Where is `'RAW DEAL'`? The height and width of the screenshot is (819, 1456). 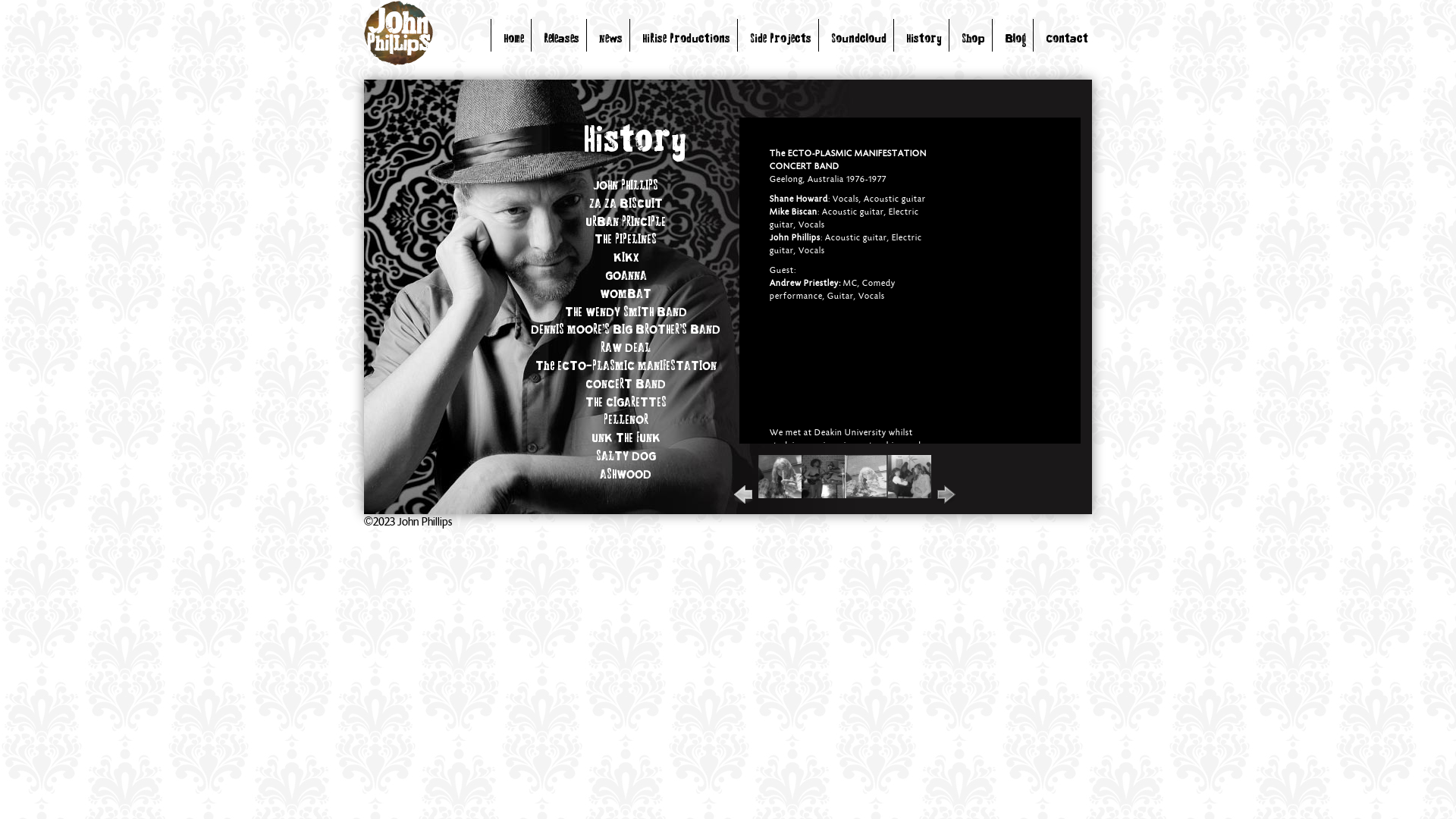
'RAW DEAL' is located at coordinates (626, 348).